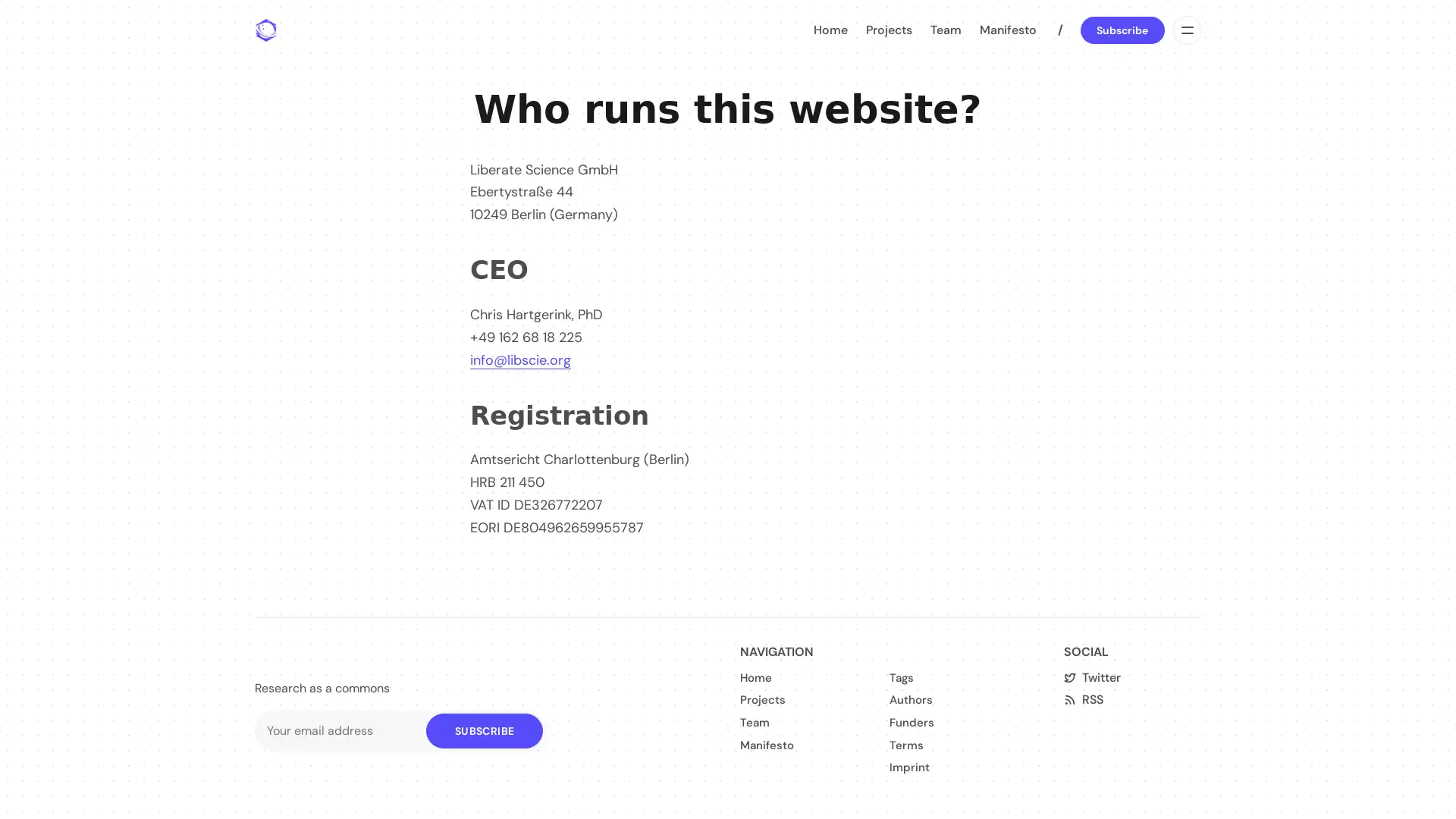 The image size is (1456, 819). Describe the element at coordinates (1185, 30) in the screenshot. I see `Menu` at that location.